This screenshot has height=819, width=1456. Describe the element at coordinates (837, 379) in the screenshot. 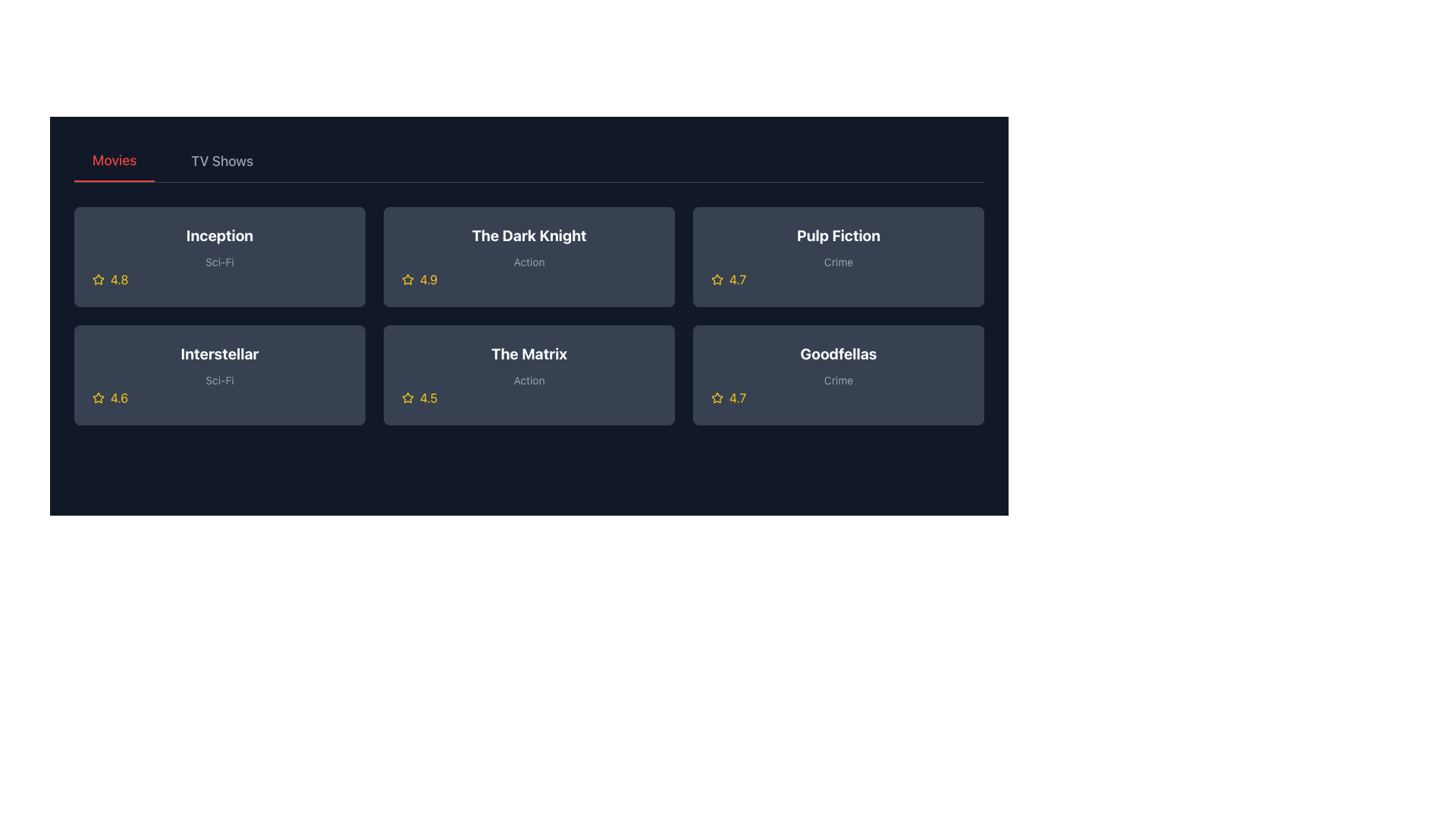

I see `the Static Text Label displaying the word 'Crime' in gray color, located beneath the title 'Goodfellas' in the card-like structure` at that location.